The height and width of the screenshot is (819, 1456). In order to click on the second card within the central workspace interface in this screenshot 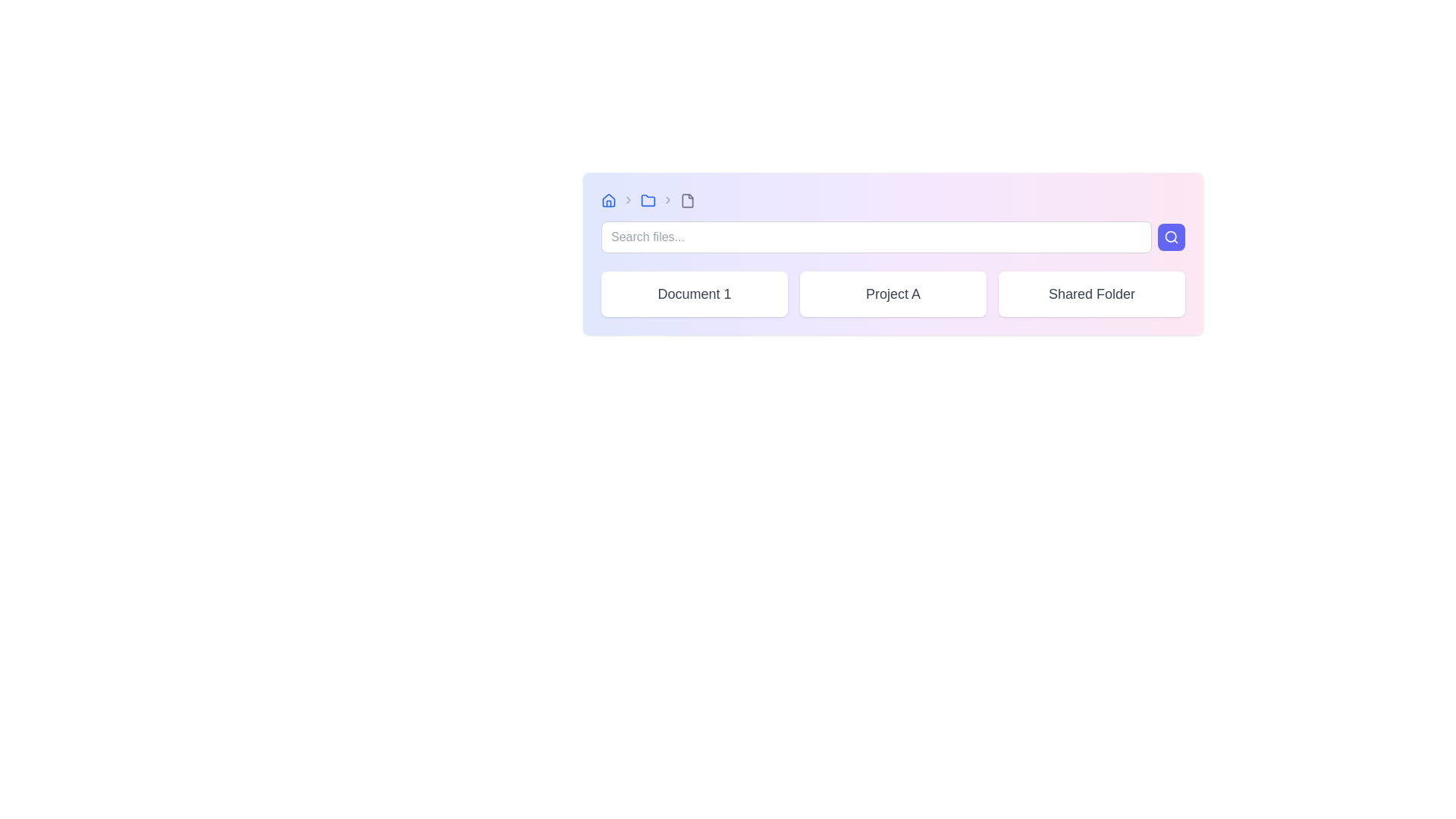, I will do `click(893, 321)`.